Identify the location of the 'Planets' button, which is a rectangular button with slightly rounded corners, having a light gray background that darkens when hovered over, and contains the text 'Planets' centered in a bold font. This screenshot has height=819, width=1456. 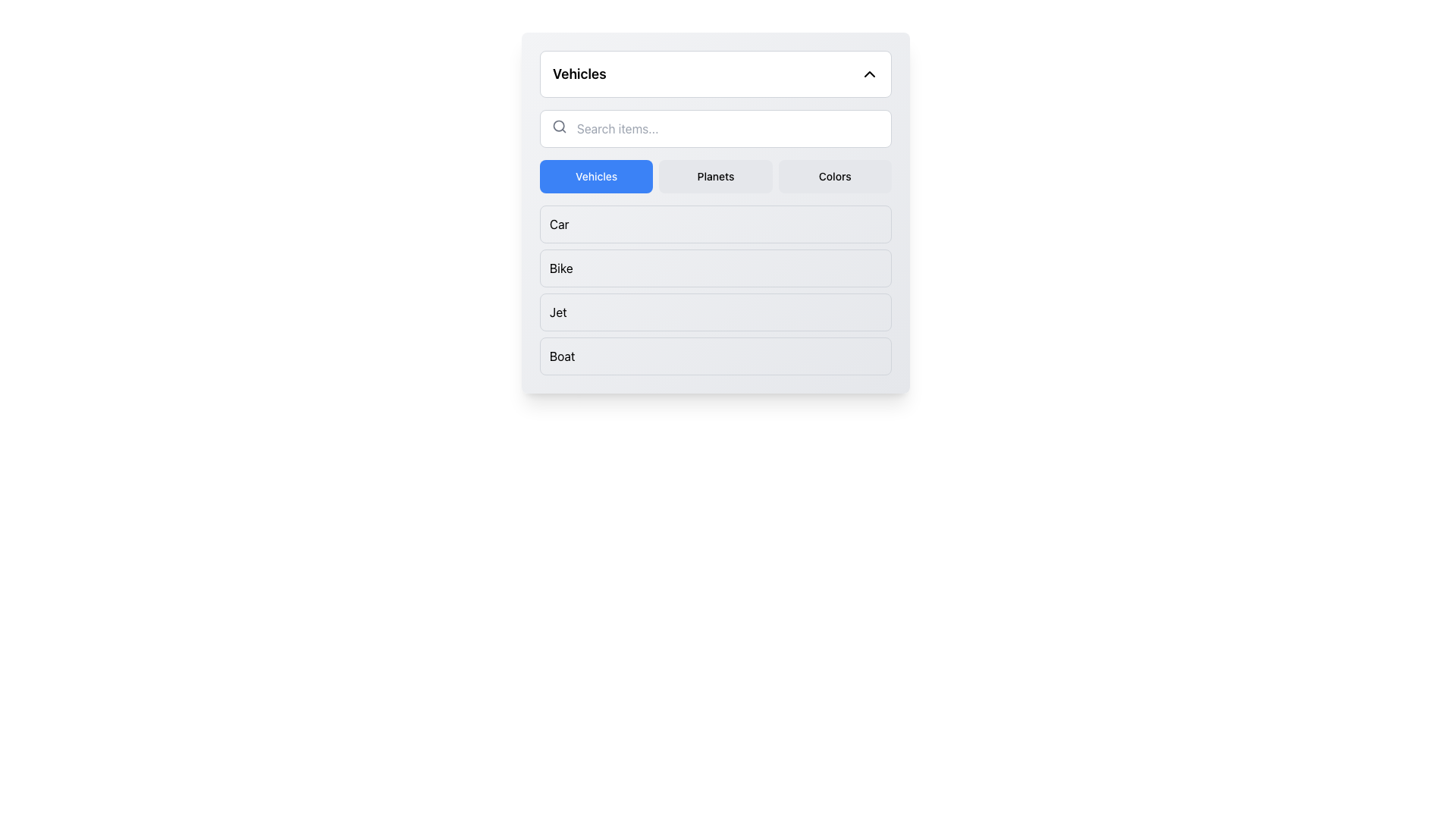
(715, 175).